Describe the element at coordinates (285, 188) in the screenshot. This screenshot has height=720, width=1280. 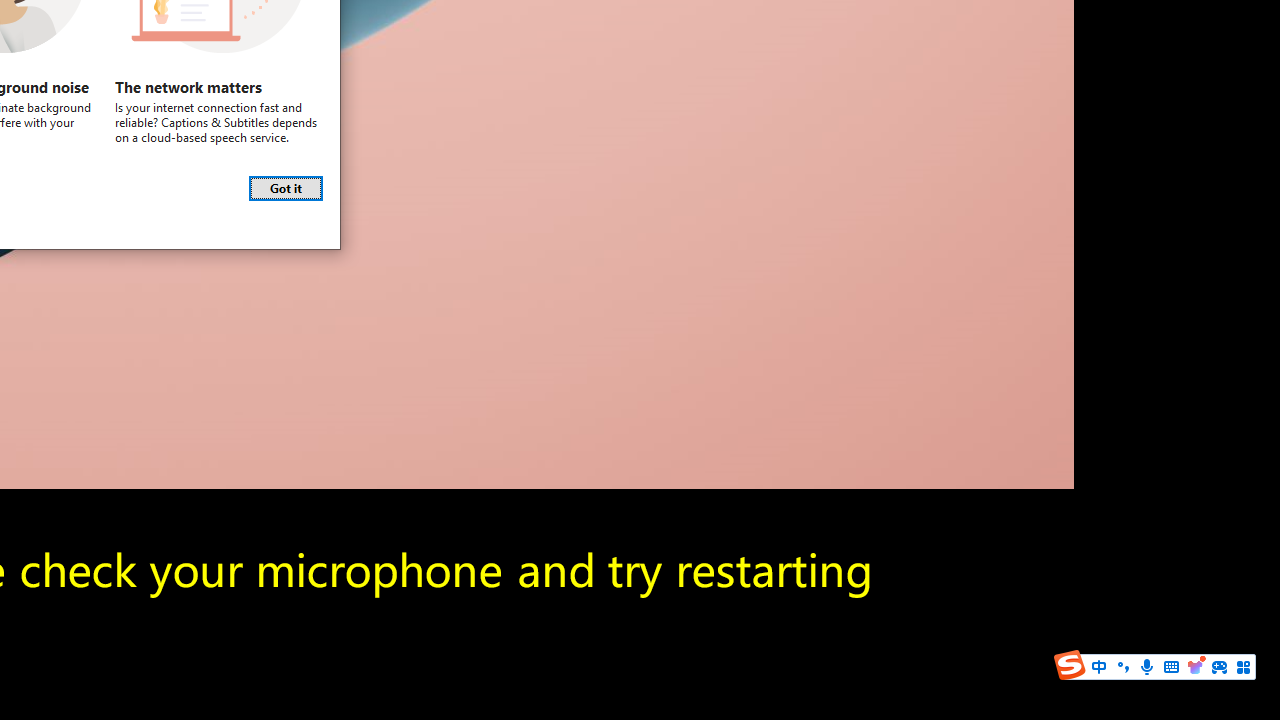
I see `'Got it'` at that location.